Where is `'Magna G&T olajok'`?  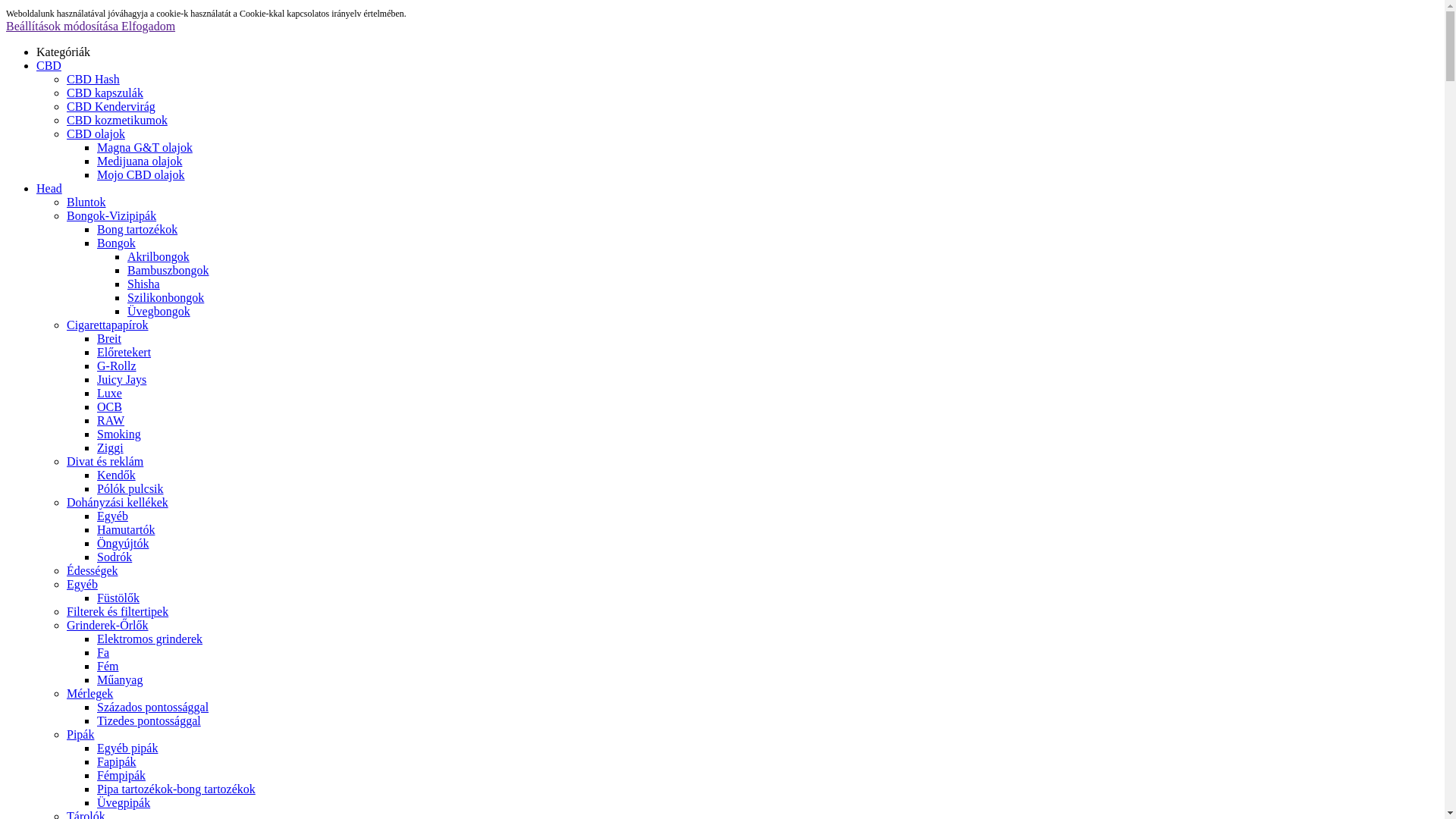
'Magna G&T olajok' is located at coordinates (145, 147).